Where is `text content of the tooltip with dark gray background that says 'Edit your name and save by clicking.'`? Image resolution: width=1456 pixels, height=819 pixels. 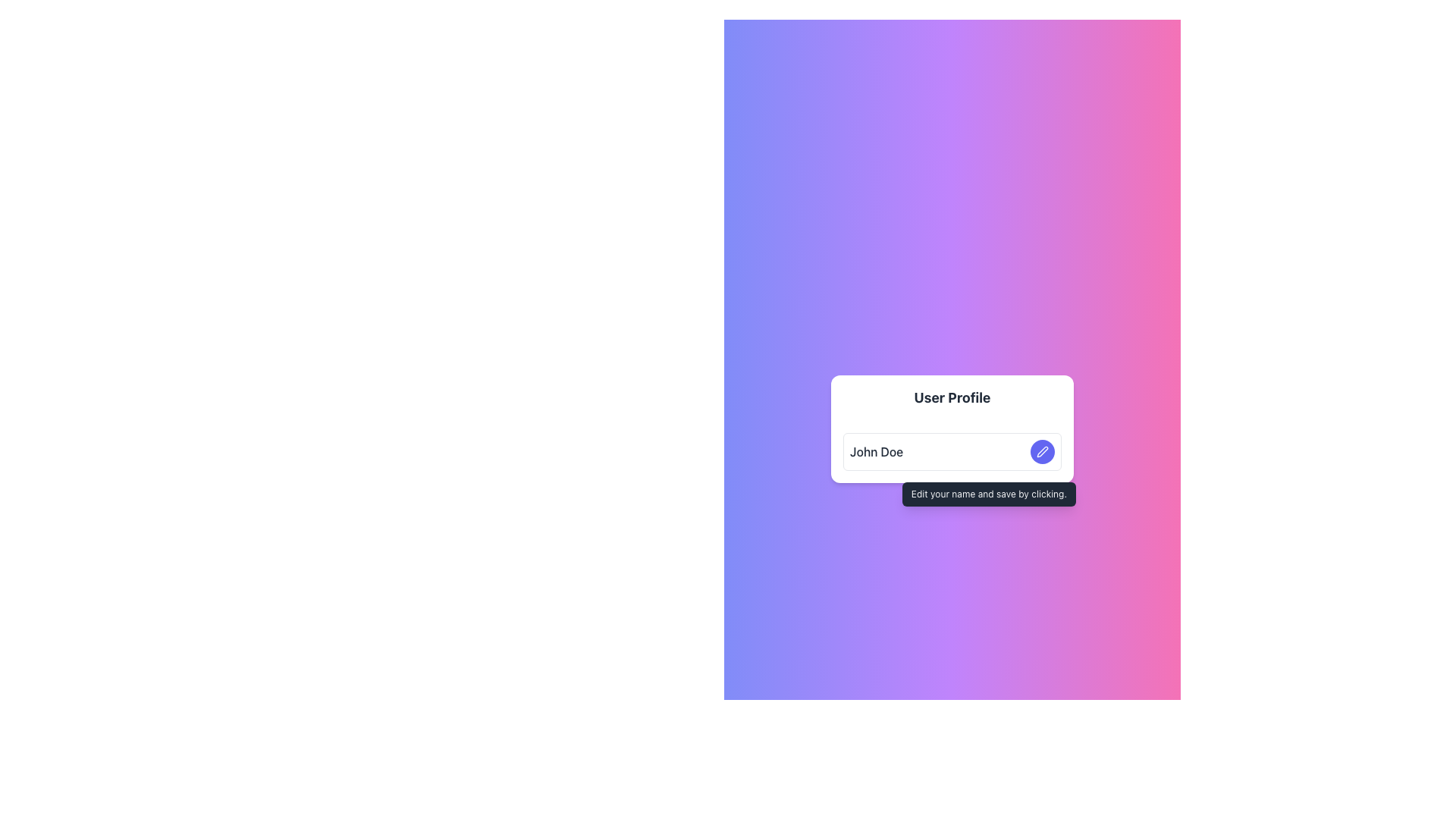 text content of the tooltip with dark gray background that says 'Edit your name and save by clicking.' is located at coordinates (989, 494).